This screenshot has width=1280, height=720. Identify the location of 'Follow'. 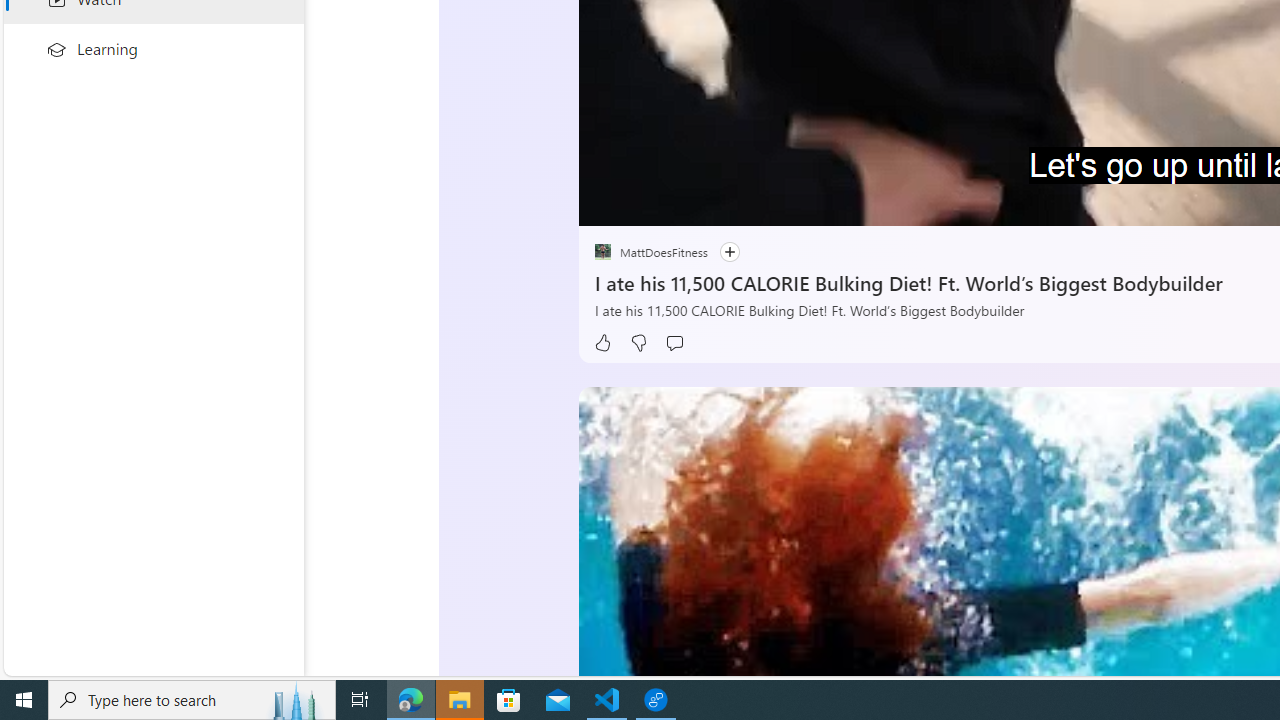
(728, 251).